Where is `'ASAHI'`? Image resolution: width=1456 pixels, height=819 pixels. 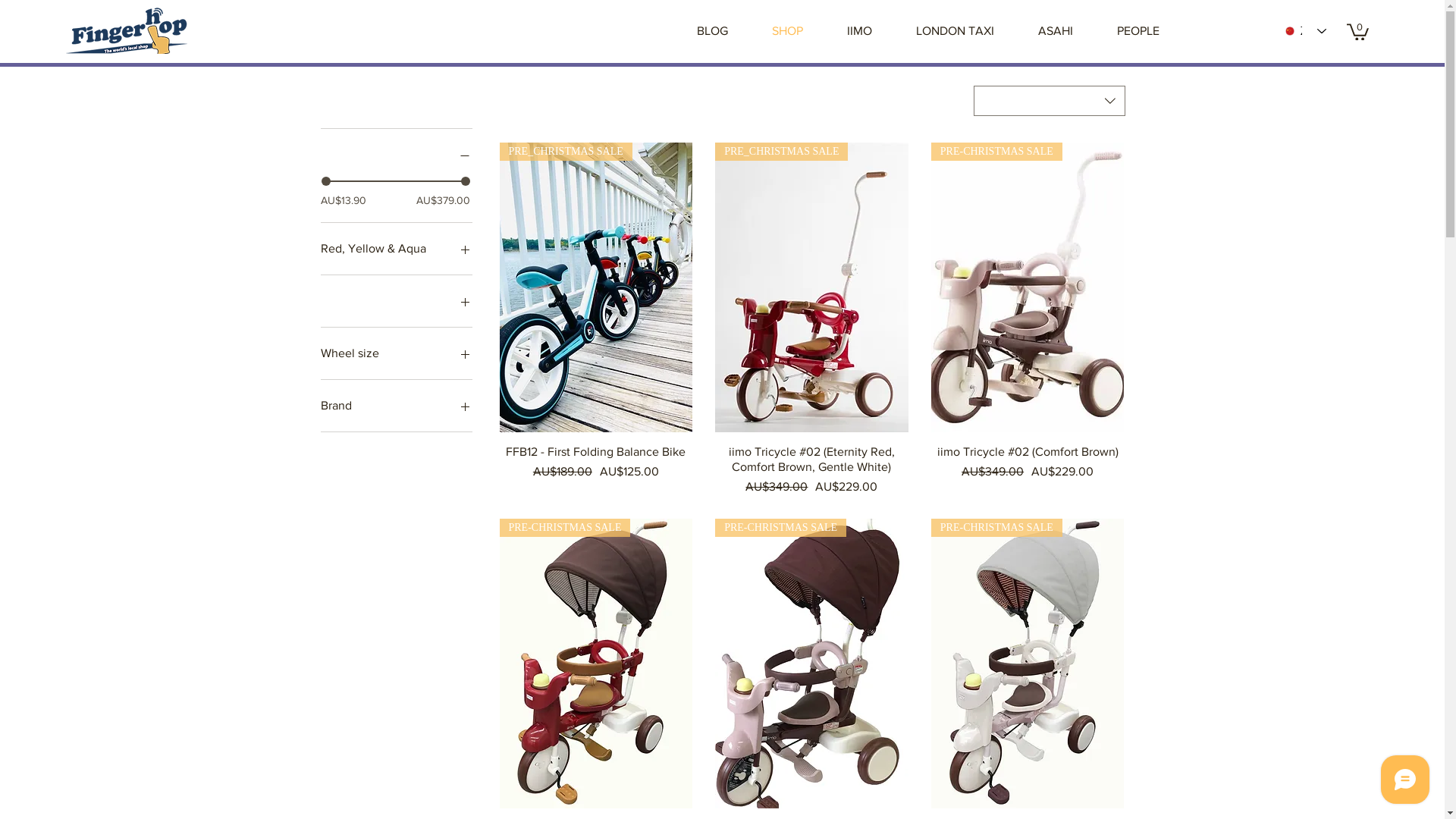
'ASAHI' is located at coordinates (1055, 31).